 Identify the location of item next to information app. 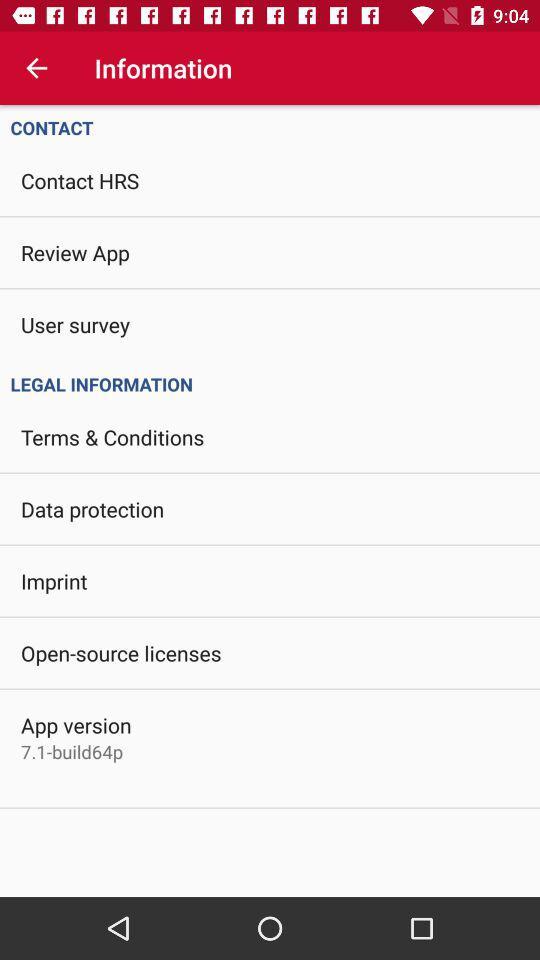
(36, 68).